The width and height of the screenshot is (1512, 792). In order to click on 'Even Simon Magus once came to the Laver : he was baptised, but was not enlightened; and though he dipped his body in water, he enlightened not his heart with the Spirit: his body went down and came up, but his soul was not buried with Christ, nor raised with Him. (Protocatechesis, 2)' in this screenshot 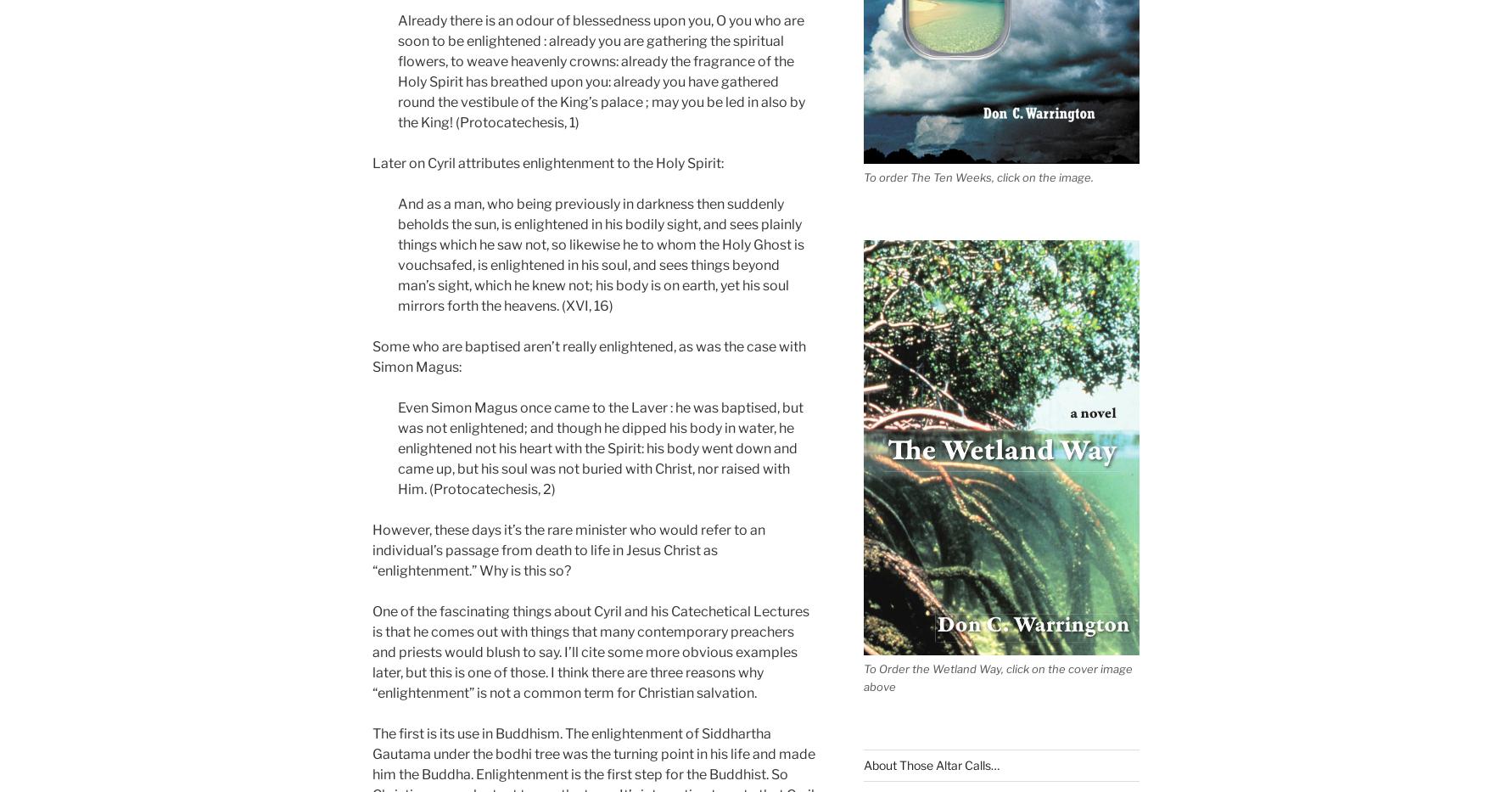, I will do `click(599, 447)`.